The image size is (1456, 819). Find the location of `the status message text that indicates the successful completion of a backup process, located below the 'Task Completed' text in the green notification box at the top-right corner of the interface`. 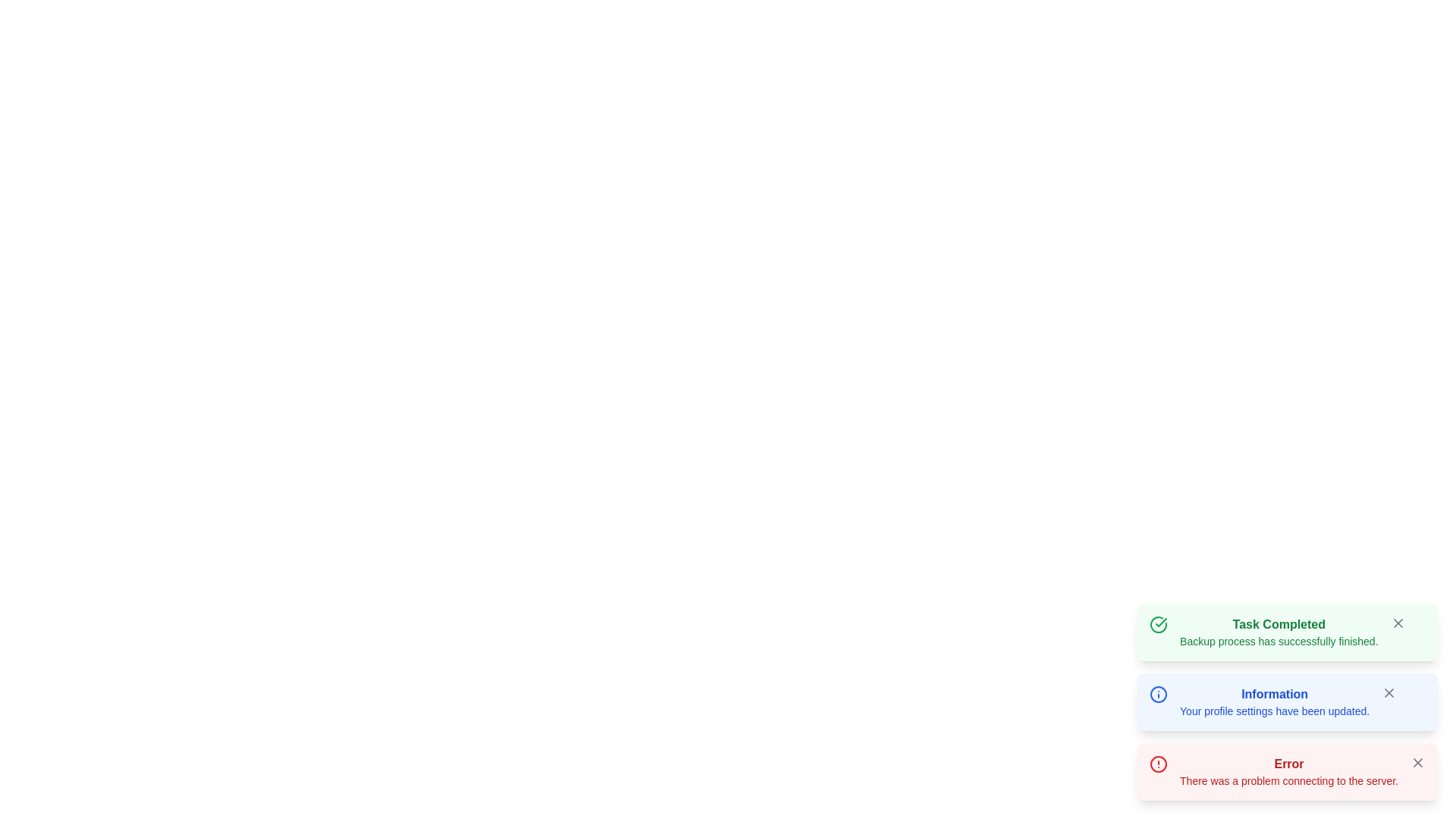

the status message text that indicates the successful completion of a backup process, located below the 'Task Completed' text in the green notification box at the top-right corner of the interface is located at coordinates (1278, 641).